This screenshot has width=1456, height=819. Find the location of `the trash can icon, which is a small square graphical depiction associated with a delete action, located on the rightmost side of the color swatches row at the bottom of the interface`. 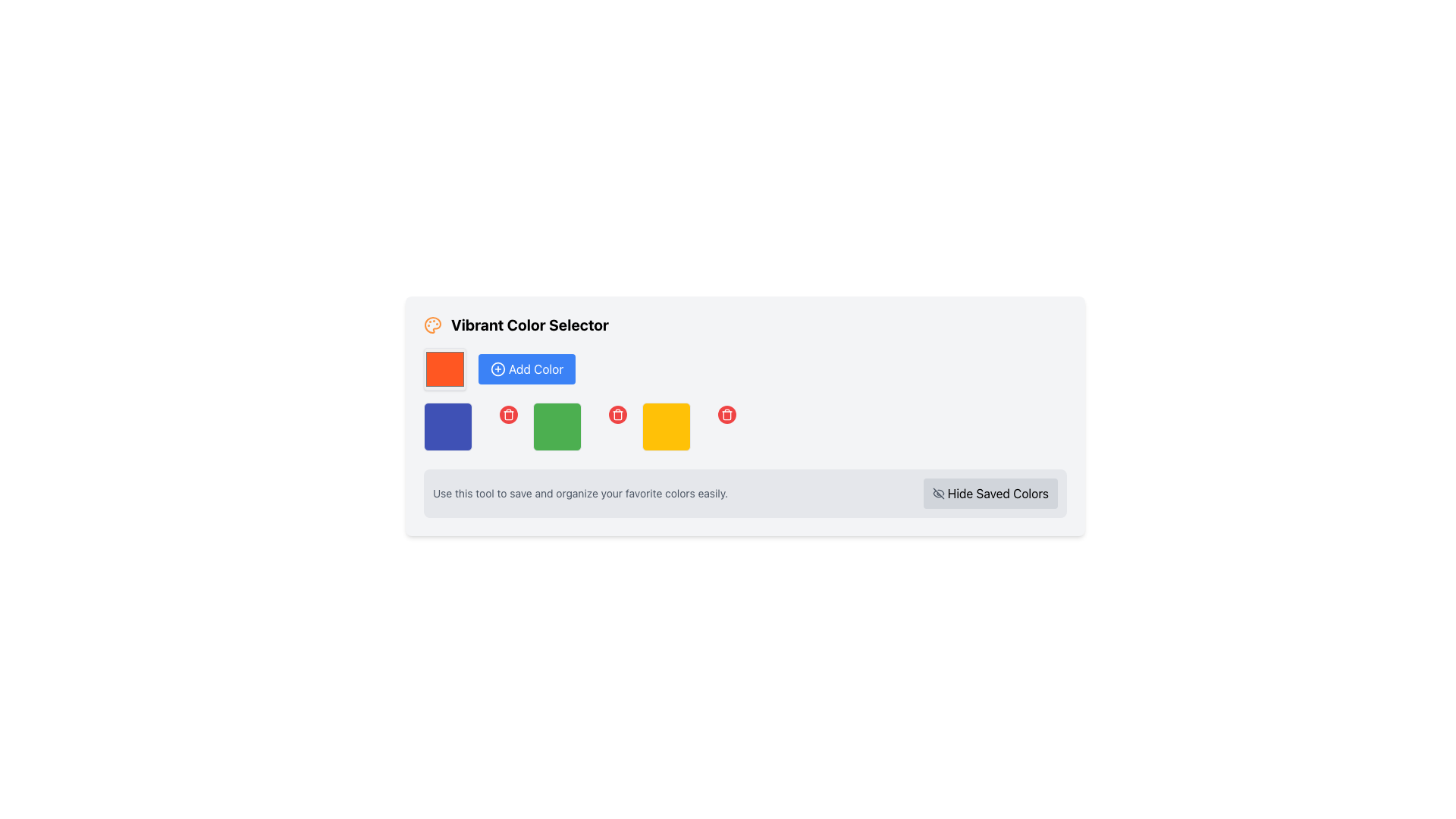

the trash can icon, which is a small square graphical depiction associated with a delete action, located on the rightmost side of the color swatches row at the bottom of the interface is located at coordinates (618, 415).